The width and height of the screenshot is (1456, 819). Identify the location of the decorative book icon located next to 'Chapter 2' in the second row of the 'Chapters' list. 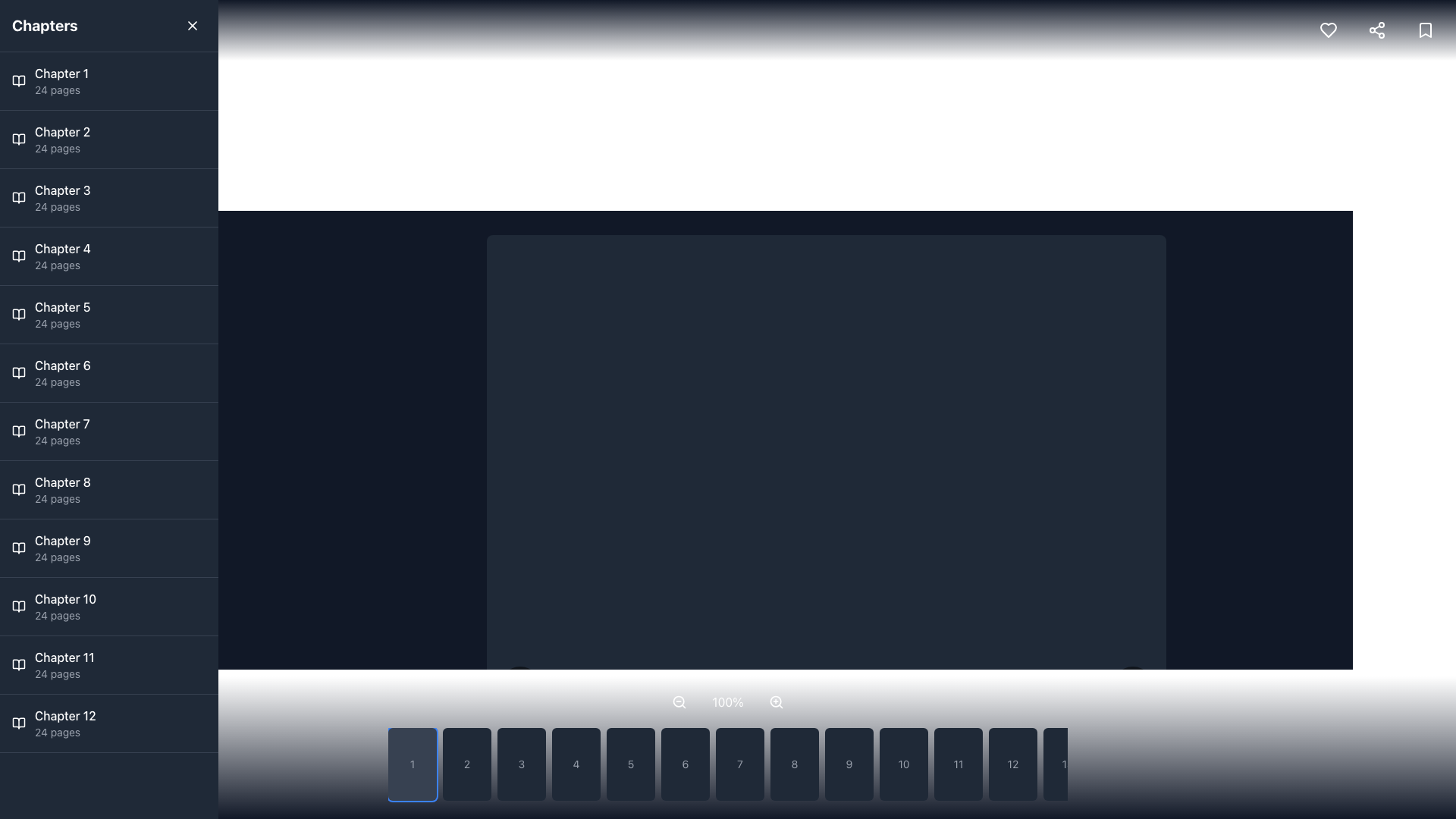
(18, 140).